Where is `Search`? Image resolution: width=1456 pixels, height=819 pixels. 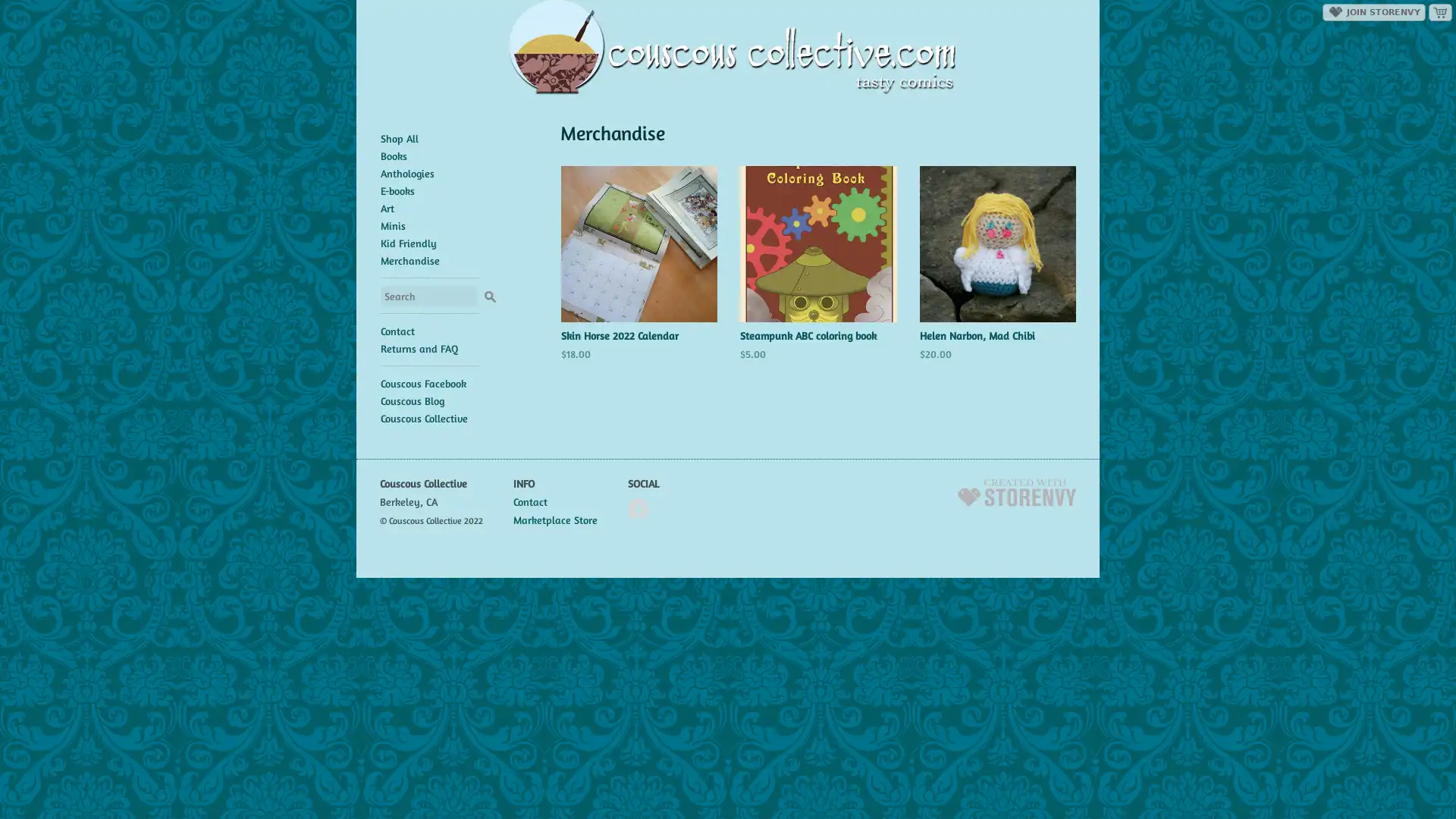 Search is located at coordinates (489, 294).